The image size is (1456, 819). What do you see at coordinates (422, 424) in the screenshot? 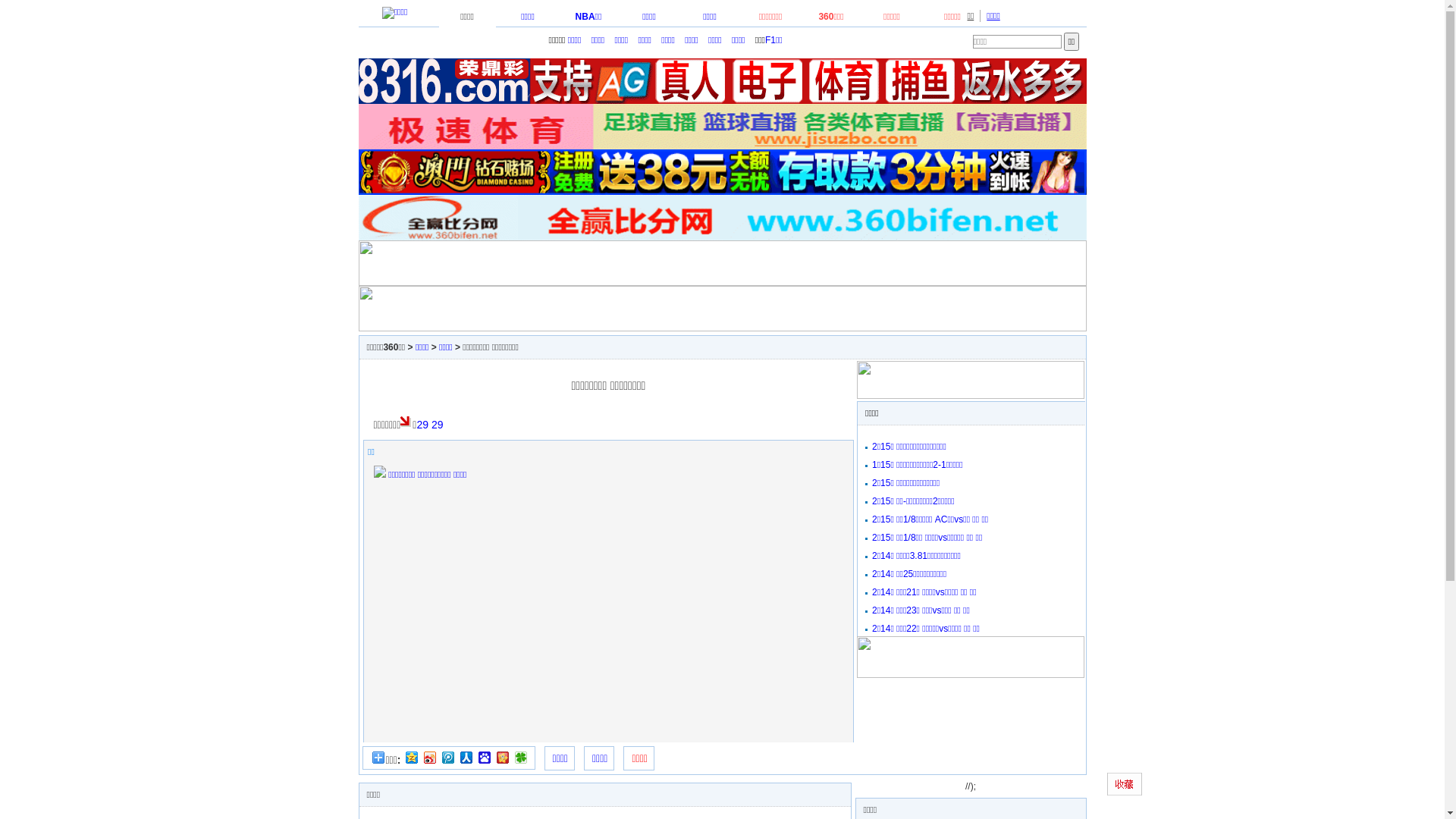
I see `'29'` at bounding box center [422, 424].